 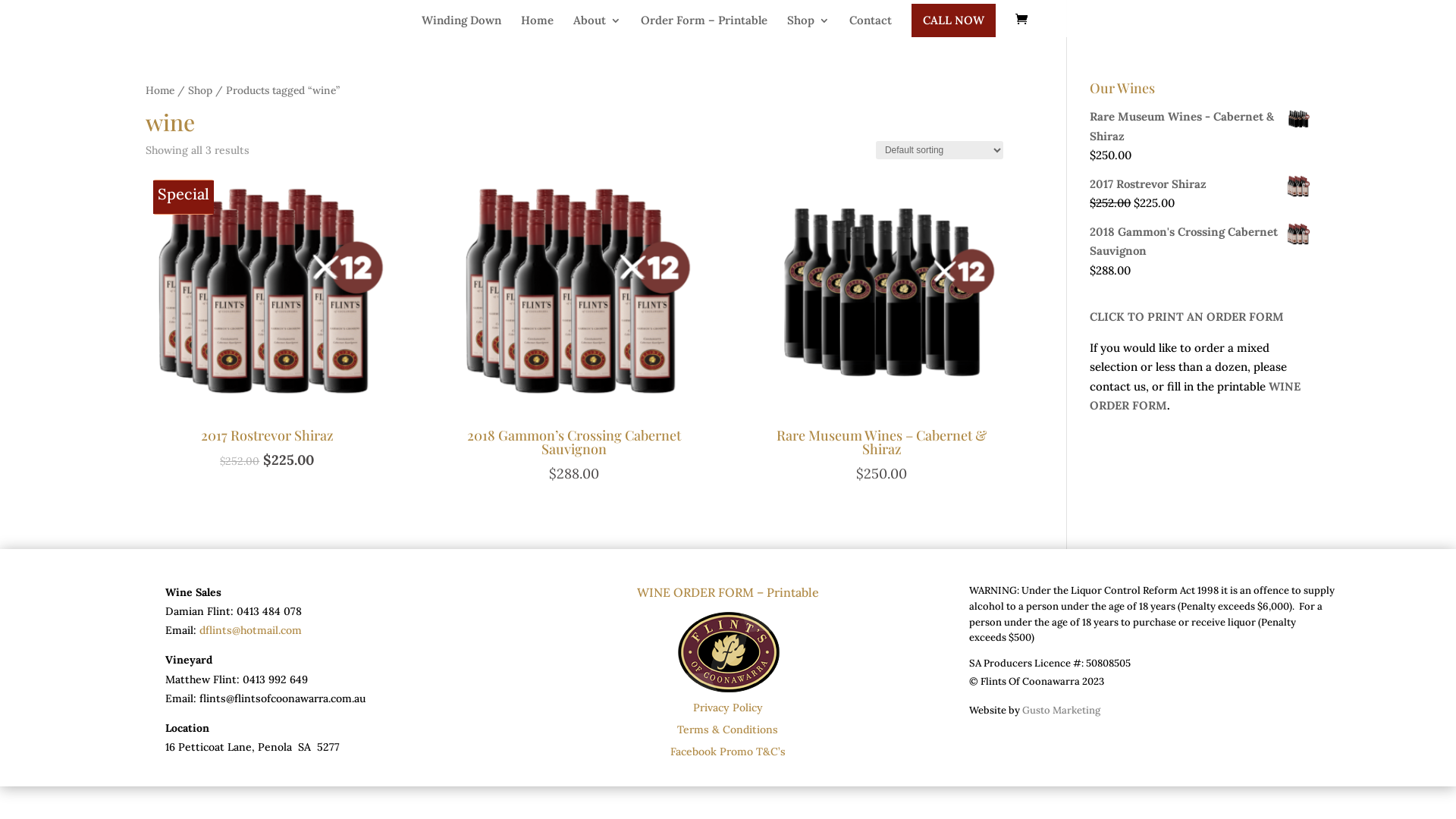 I want to click on 'Shop', so click(x=786, y=22).